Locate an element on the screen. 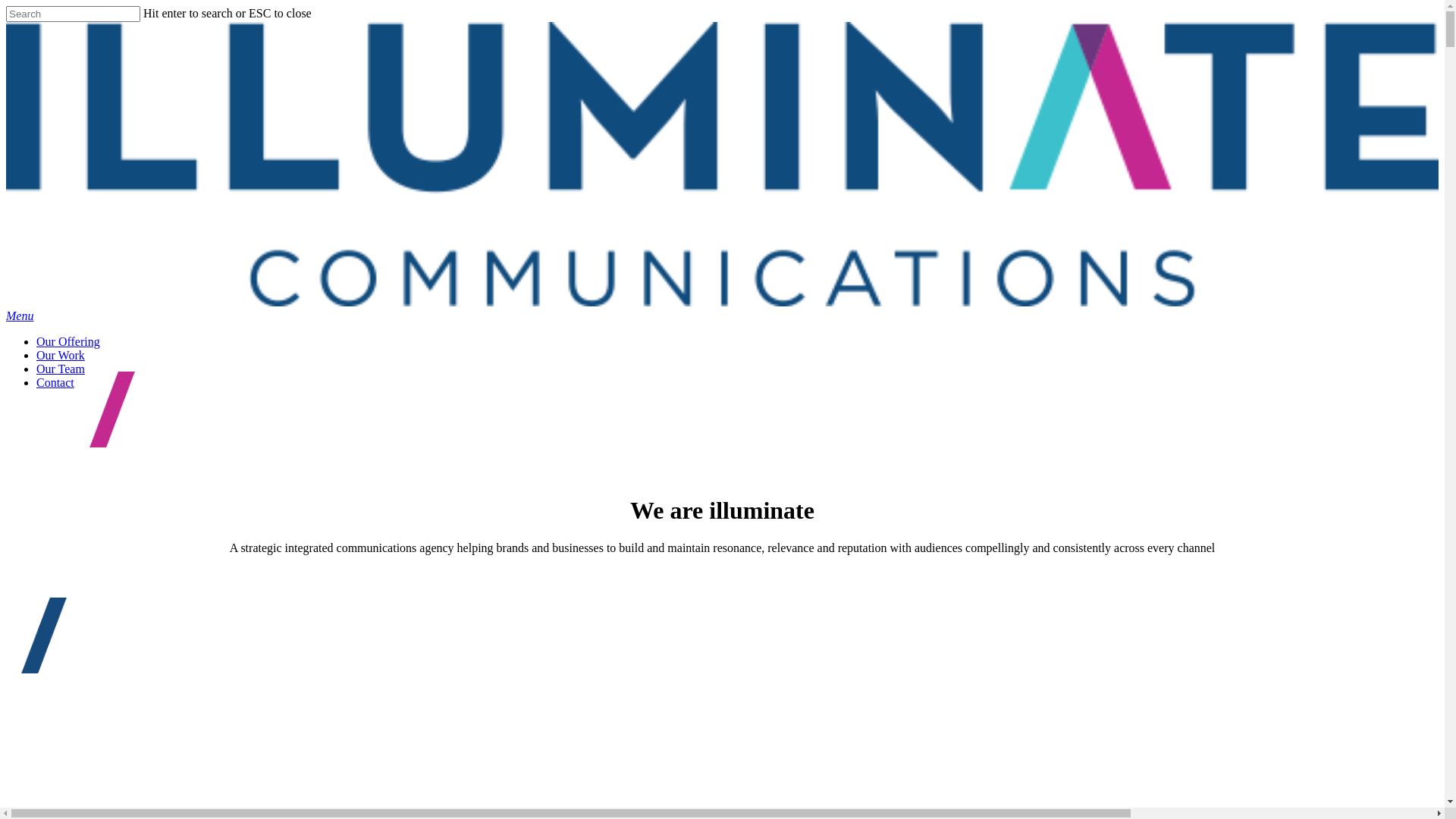  'Contact' is located at coordinates (55, 381).